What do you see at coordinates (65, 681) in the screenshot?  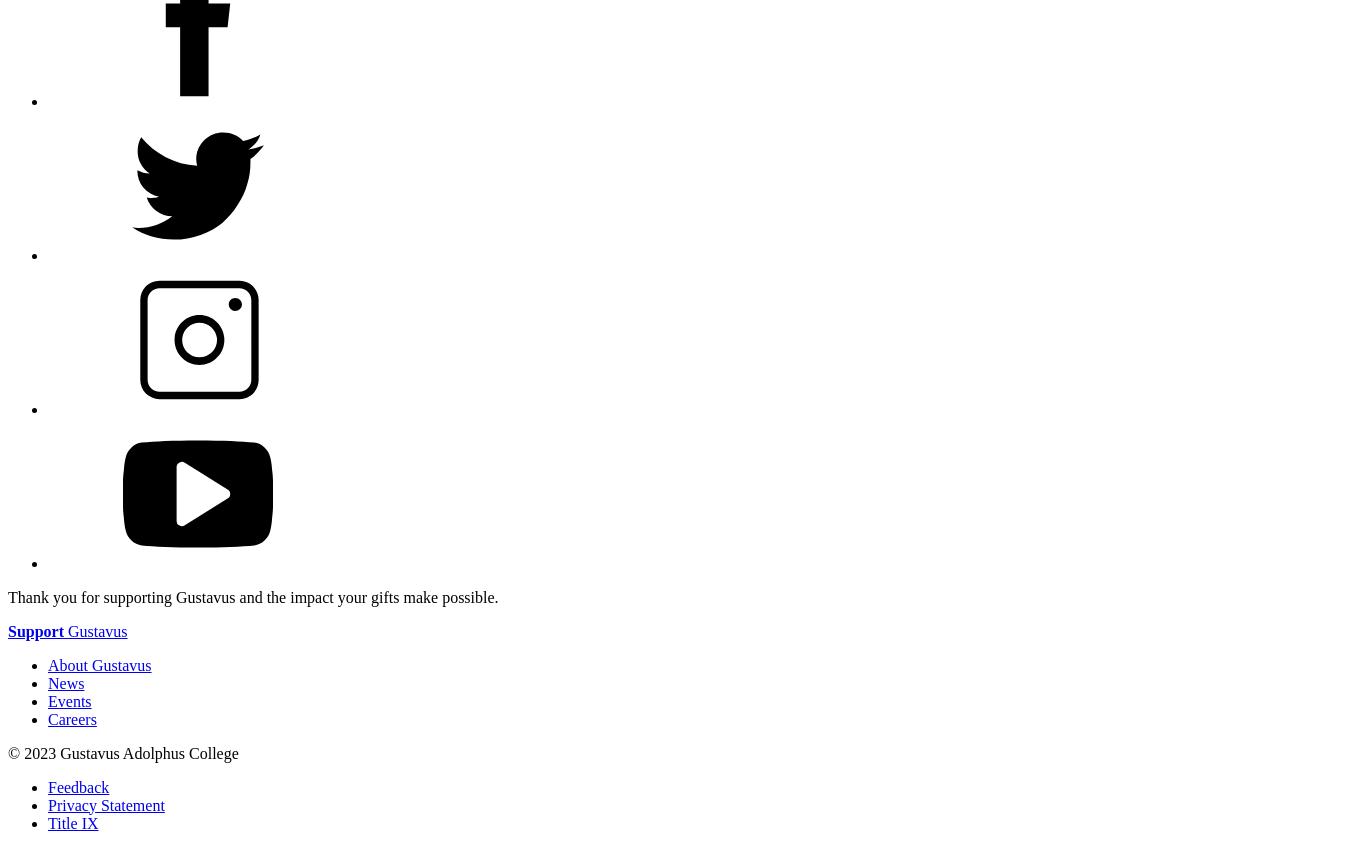 I see `'News'` at bounding box center [65, 681].